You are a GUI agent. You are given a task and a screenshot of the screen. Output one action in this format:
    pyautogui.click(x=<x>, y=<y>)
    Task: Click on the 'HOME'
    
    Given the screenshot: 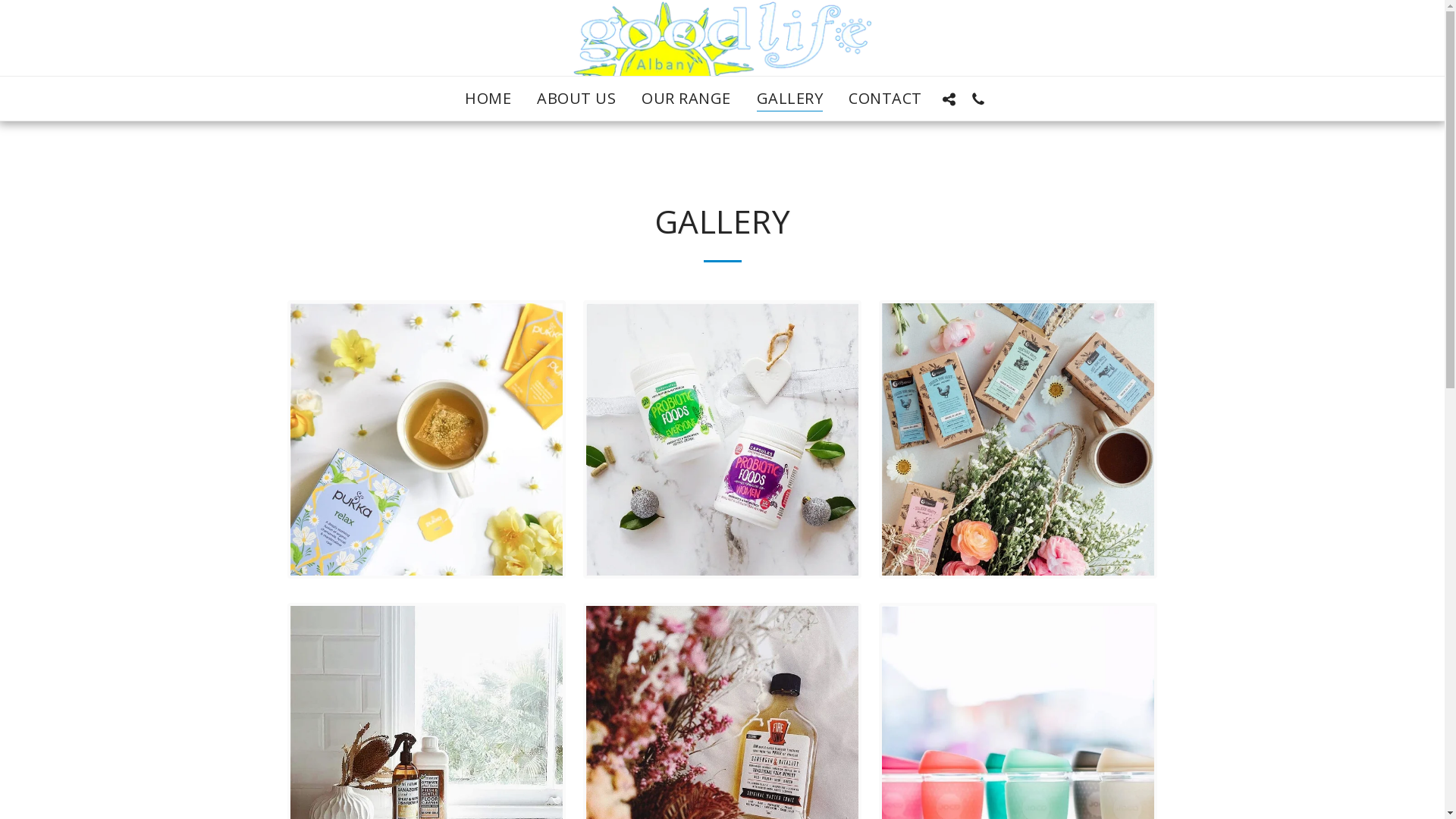 What is the action you would take?
    pyautogui.click(x=451, y=99)
    